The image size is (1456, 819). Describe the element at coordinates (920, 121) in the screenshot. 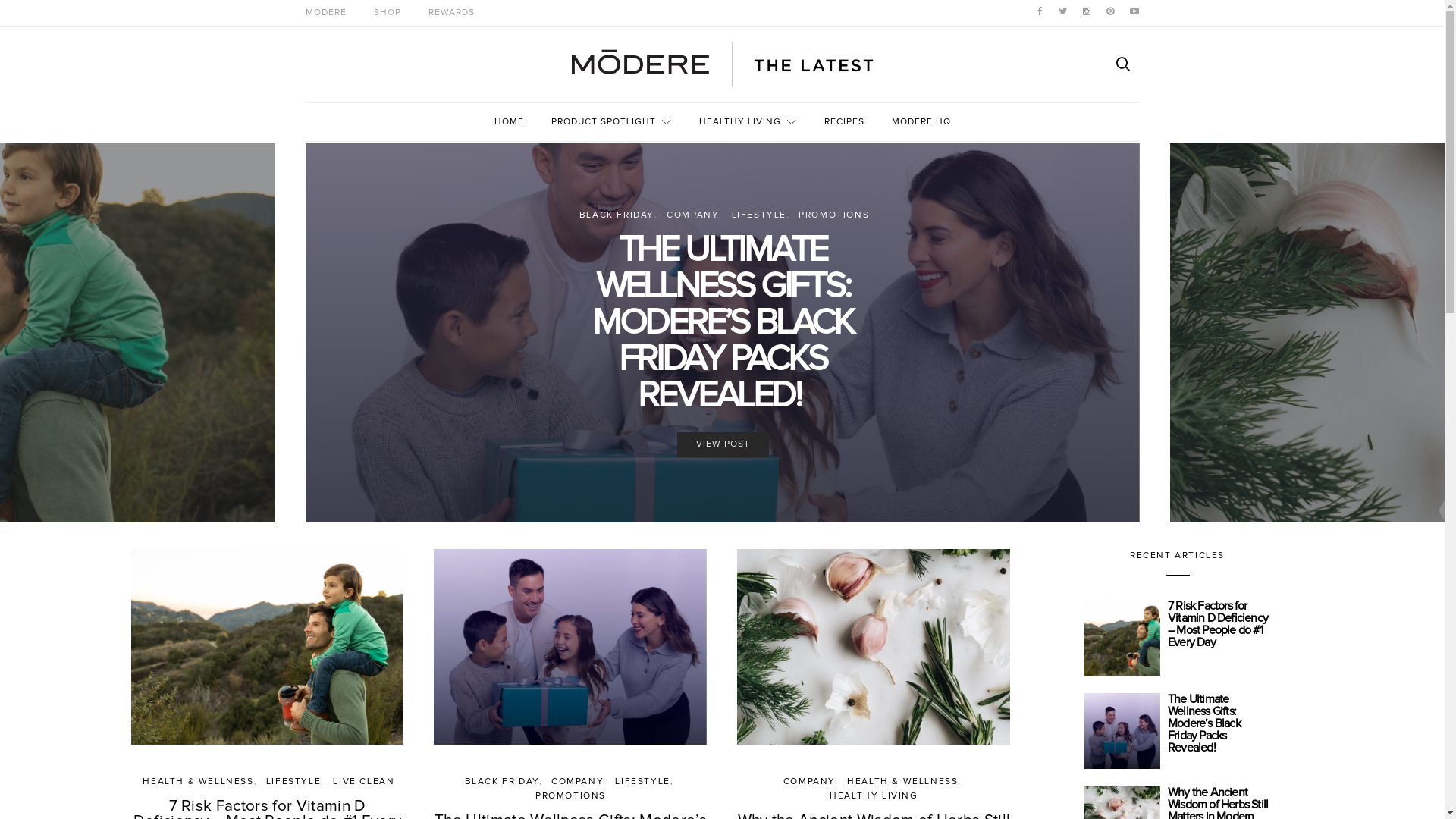

I see `'MODERE HQ'` at that location.